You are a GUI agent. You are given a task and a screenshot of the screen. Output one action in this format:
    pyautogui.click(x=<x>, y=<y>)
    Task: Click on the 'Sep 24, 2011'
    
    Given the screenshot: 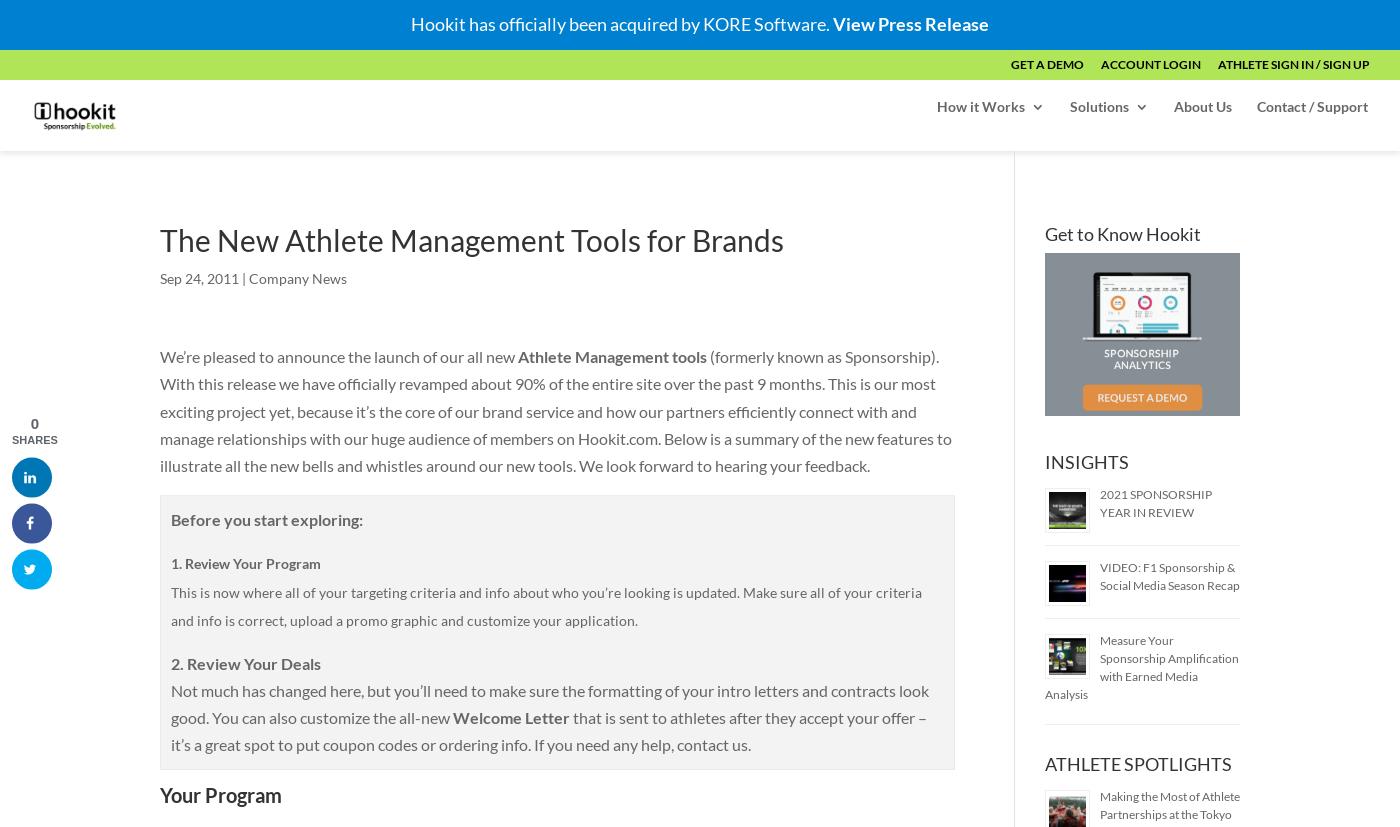 What is the action you would take?
    pyautogui.click(x=199, y=278)
    